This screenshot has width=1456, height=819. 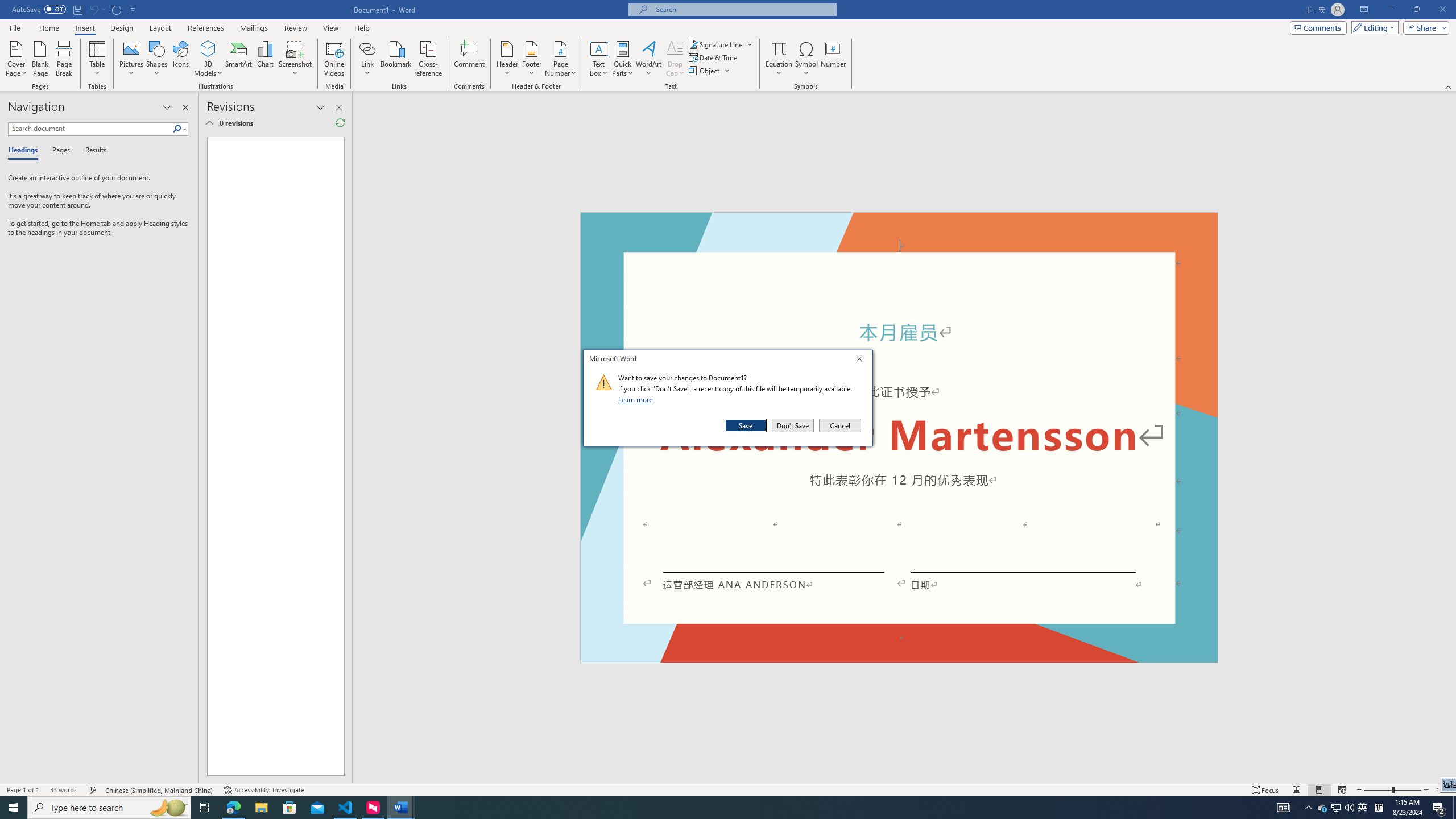 What do you see at coordinates (14, 27) in the screenshot?
I see `'File Tab'` at bounding box center [14, 27].